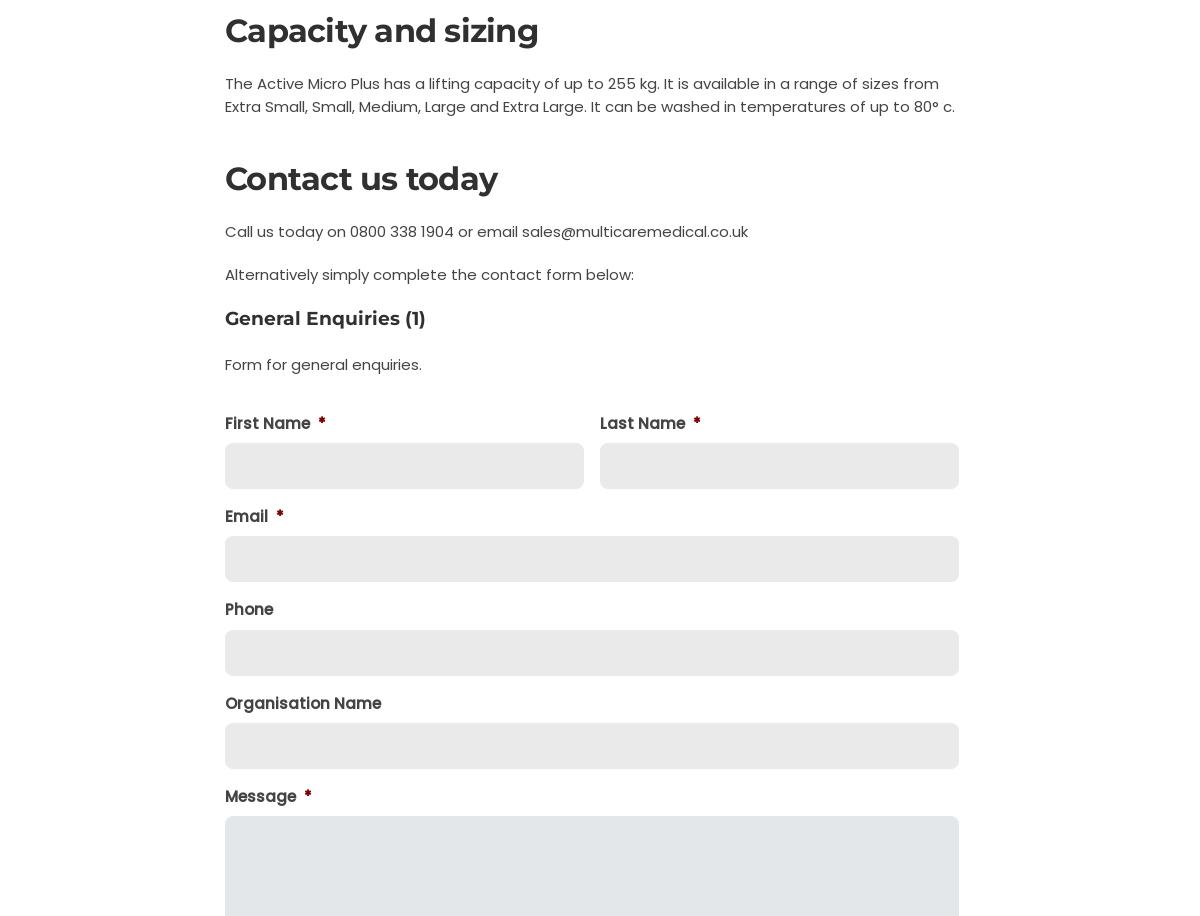 Image resolution: width=1200 pixels, height=916 pixels. Describe the element at coordinates (224, 363) in the screenshot. I see `'Form for general enquiries.'` at that location.